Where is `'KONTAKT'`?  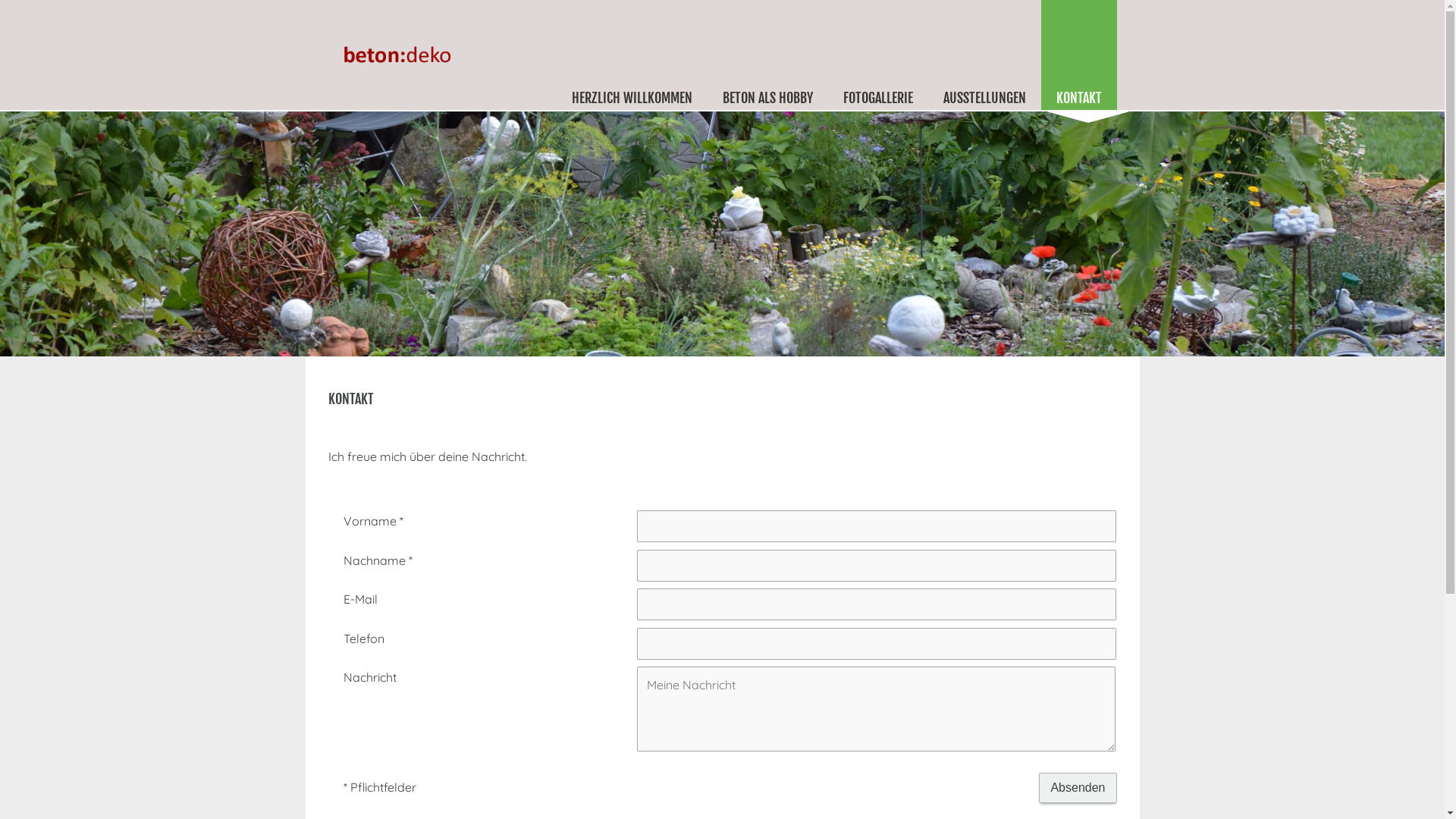 'KONTAKT' is located at coordinates (1077, 54).